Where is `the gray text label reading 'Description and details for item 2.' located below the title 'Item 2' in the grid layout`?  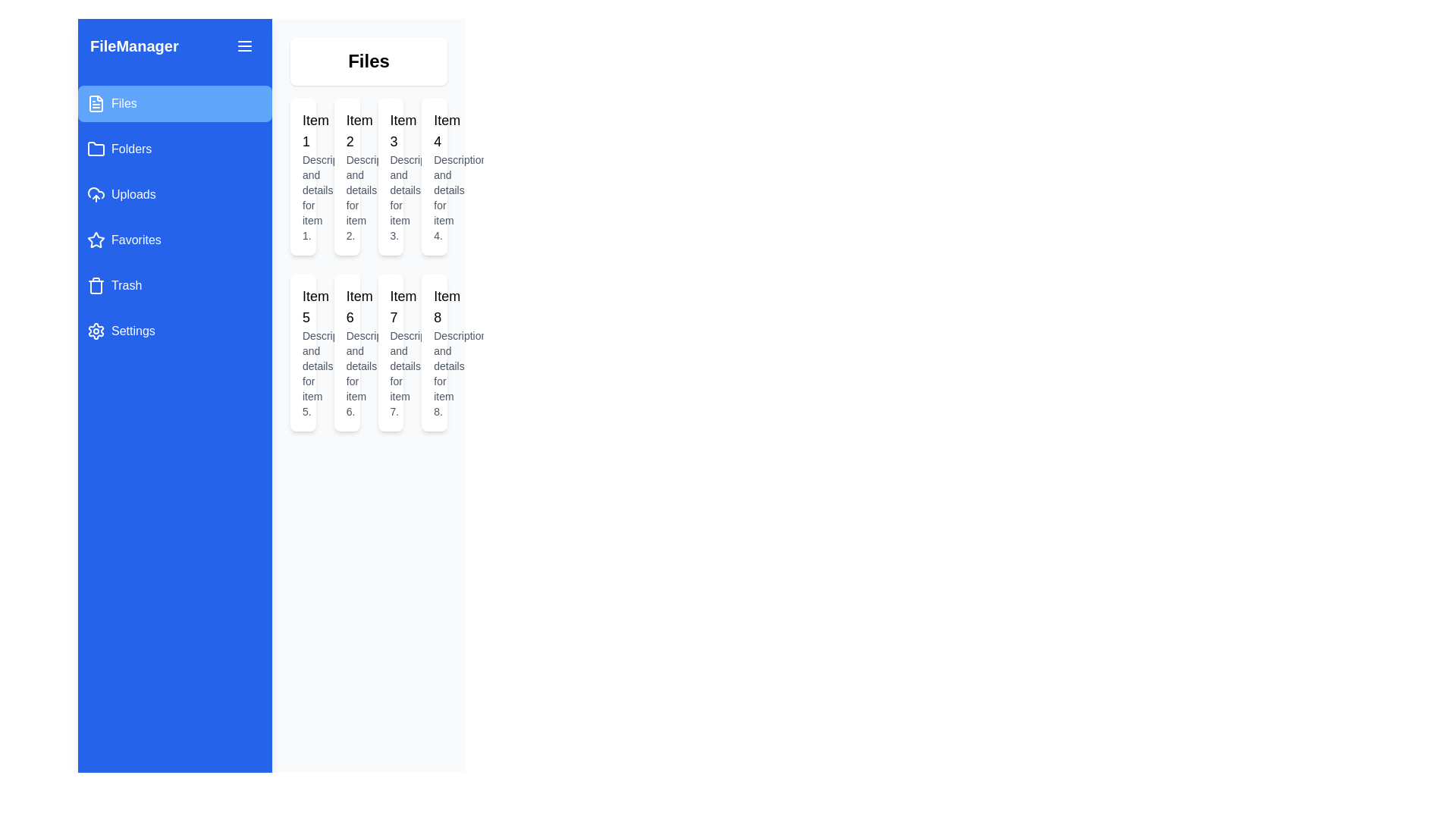
the gray text label reading 'Description and details for item 2.' located below the title 'Item 2' in the grid layout is located at coordinates (346, 197).